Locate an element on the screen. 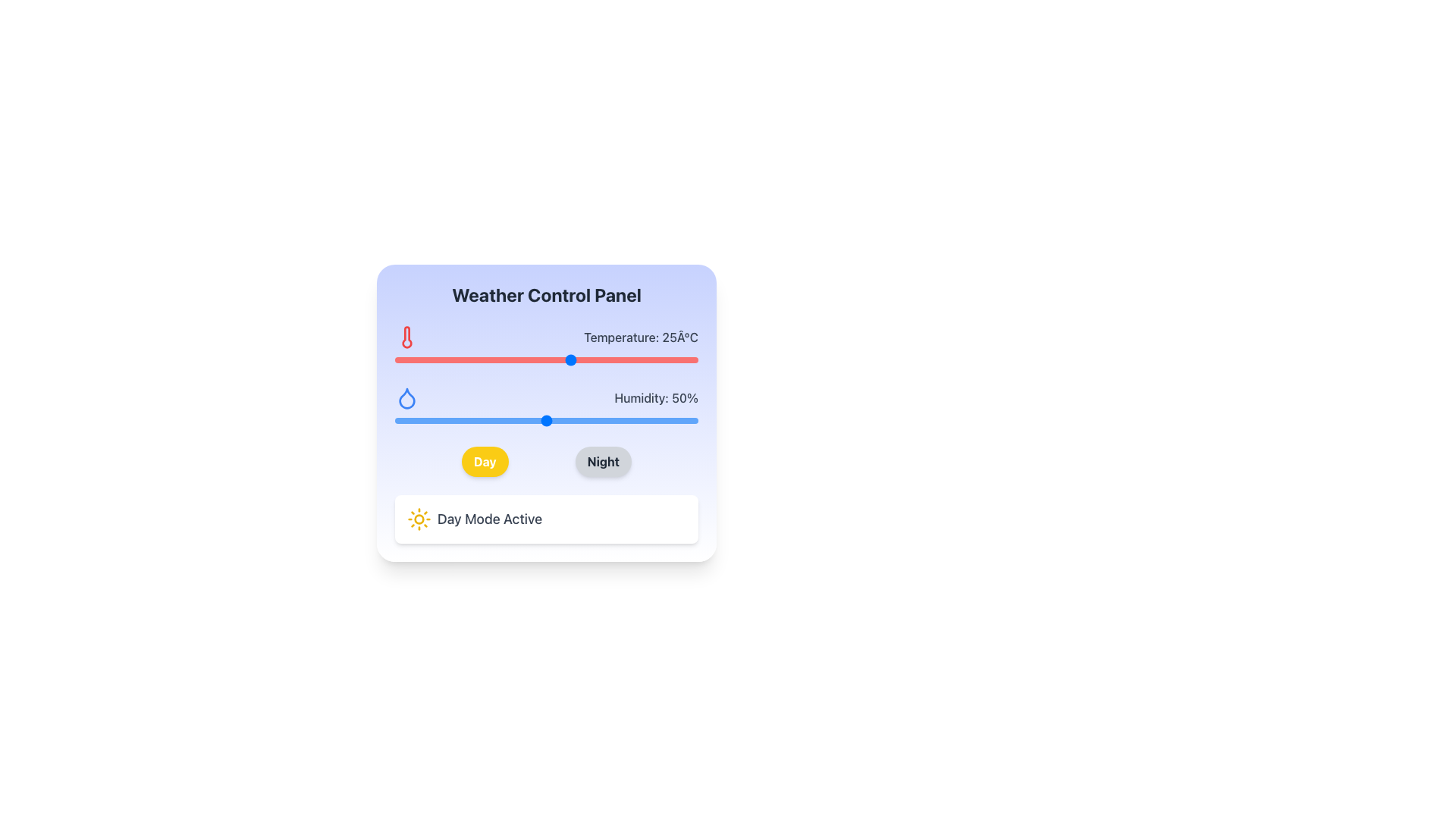  humidity level is located at coordinates (613, 421).